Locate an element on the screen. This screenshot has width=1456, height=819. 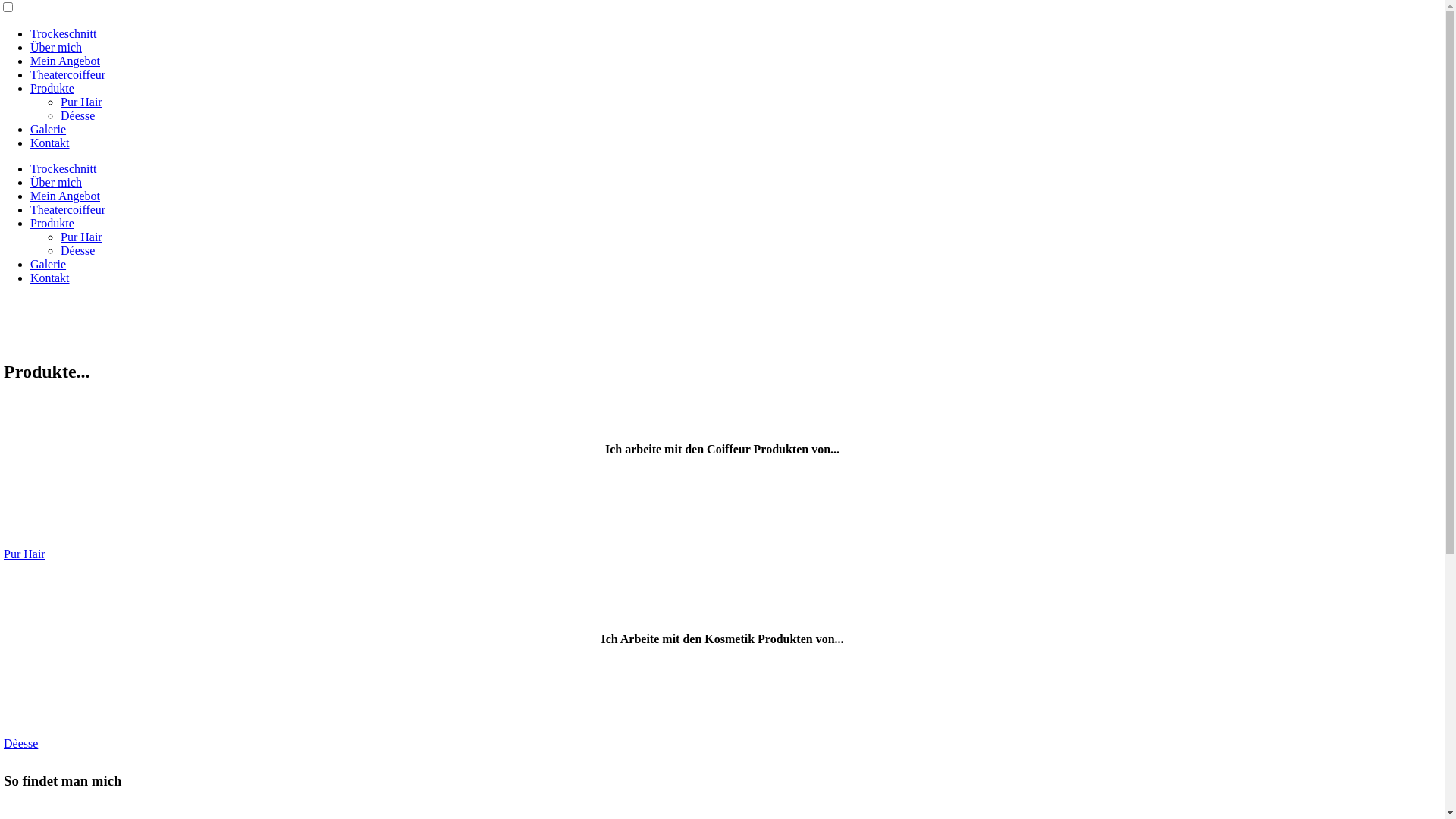
'Pur Hair' is located at coordinates (24, 554).